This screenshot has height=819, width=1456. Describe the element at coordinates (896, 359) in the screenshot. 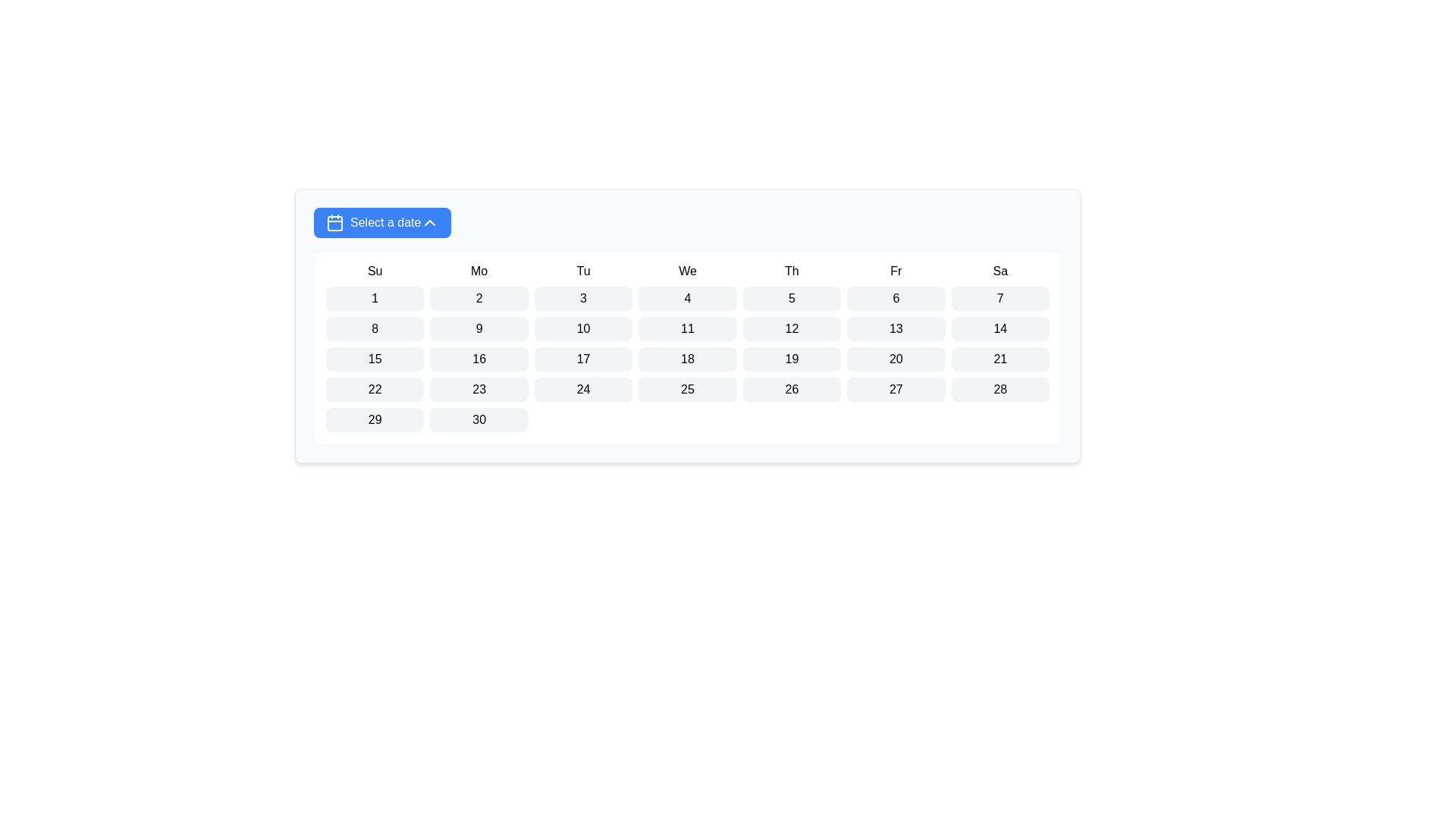

I see `the button representing the 20th day of the month in the Friday column of the calendar grid` at that location.